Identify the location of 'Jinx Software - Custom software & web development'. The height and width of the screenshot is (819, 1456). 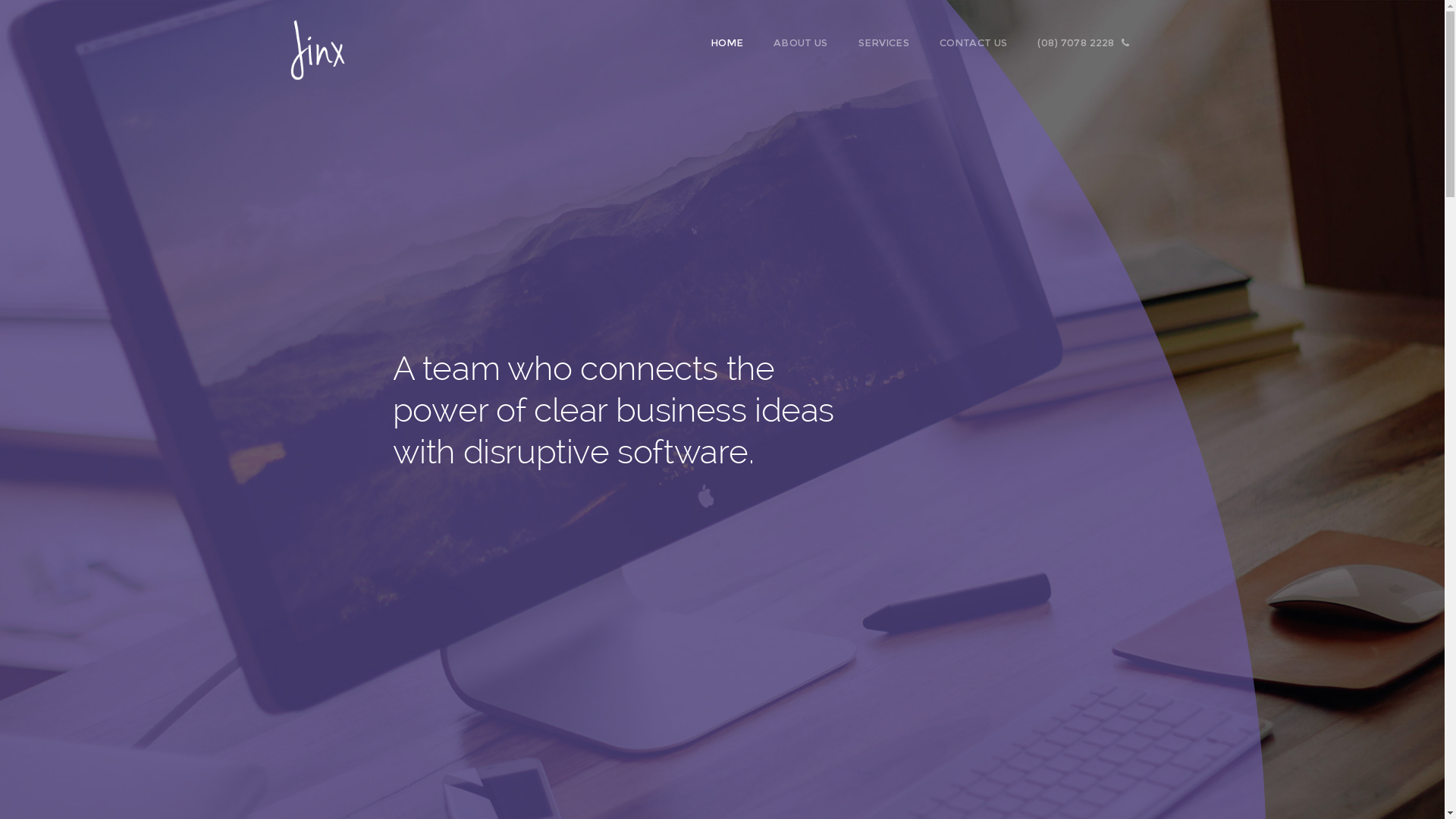
(315, 40).